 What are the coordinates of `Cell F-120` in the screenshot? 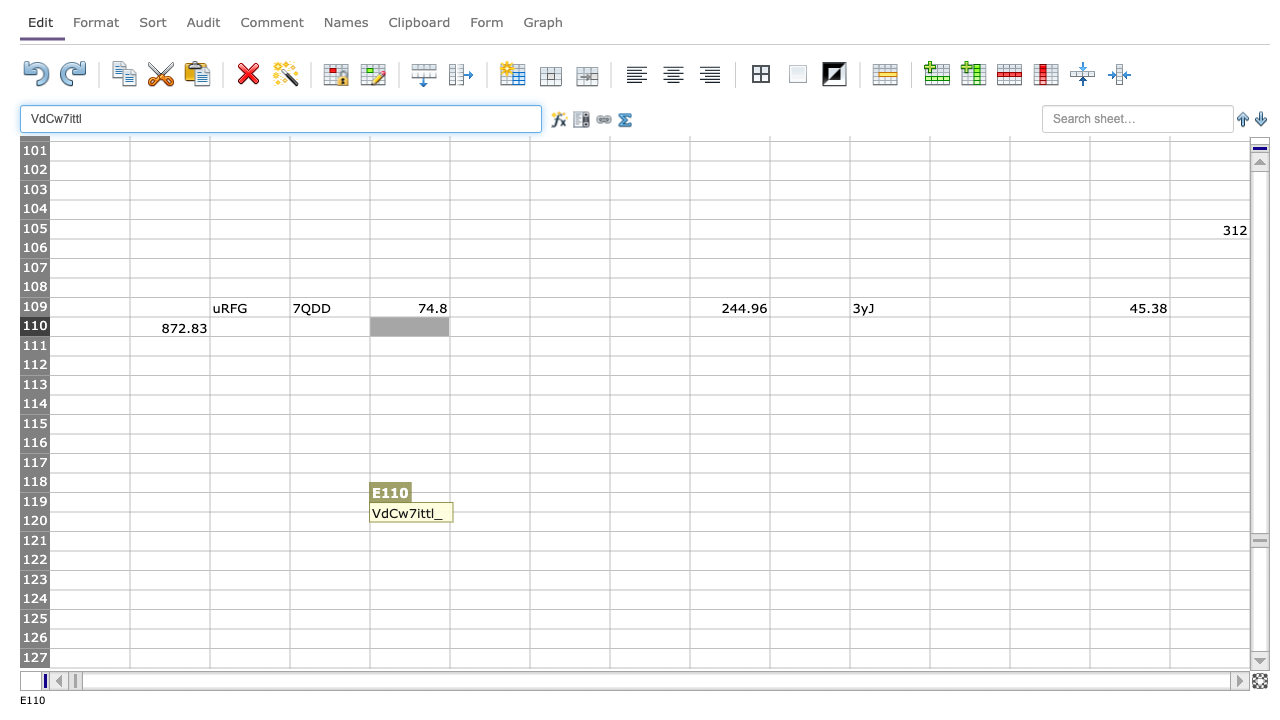 It's located at (489, 520).